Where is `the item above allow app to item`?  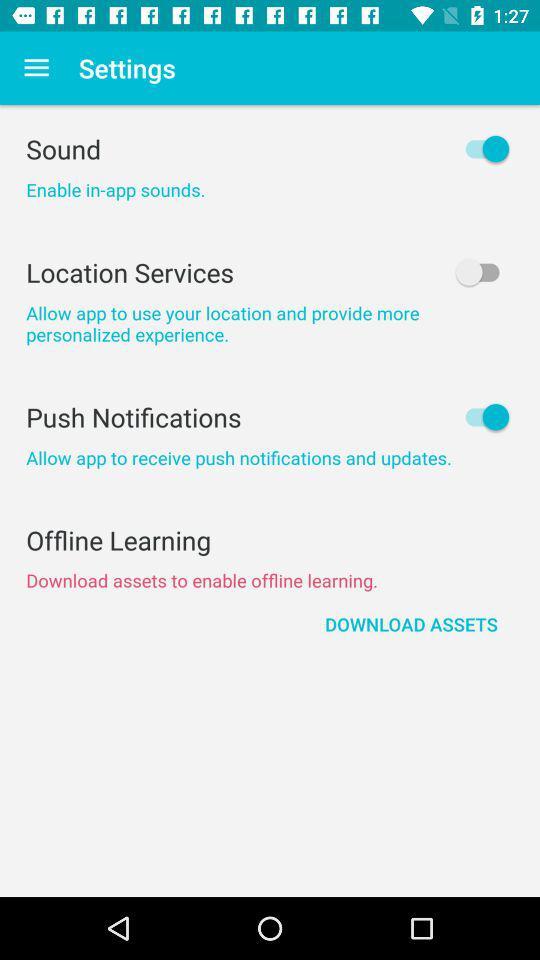 the item above allow app to item is located at coordinates (270, 271).